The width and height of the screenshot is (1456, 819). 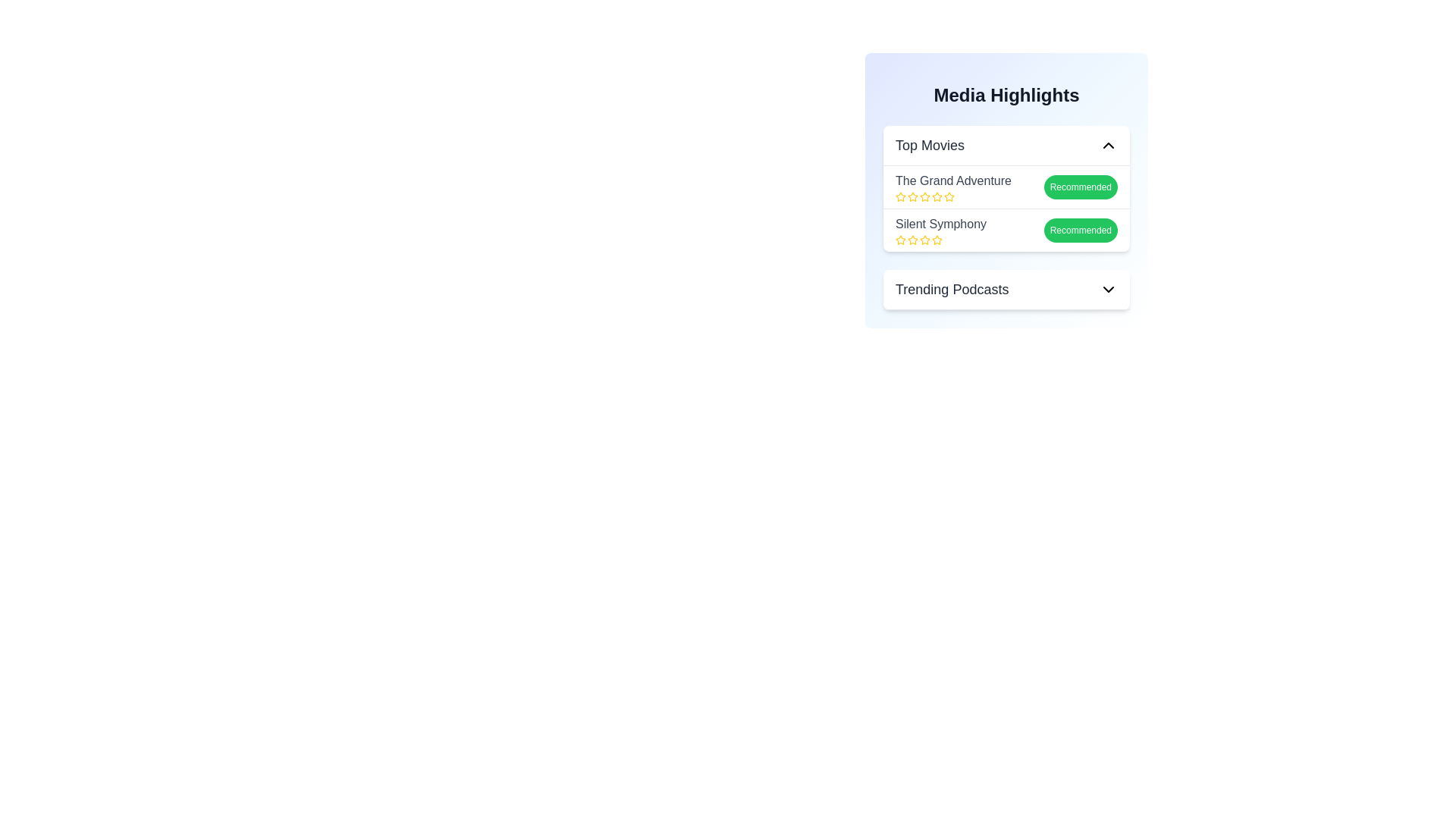 What do you see at coordinates (1109, 146) in the screenshot?
I see `the expand/collapse button for the category Top Movies` at bounding box center [1109, 146].